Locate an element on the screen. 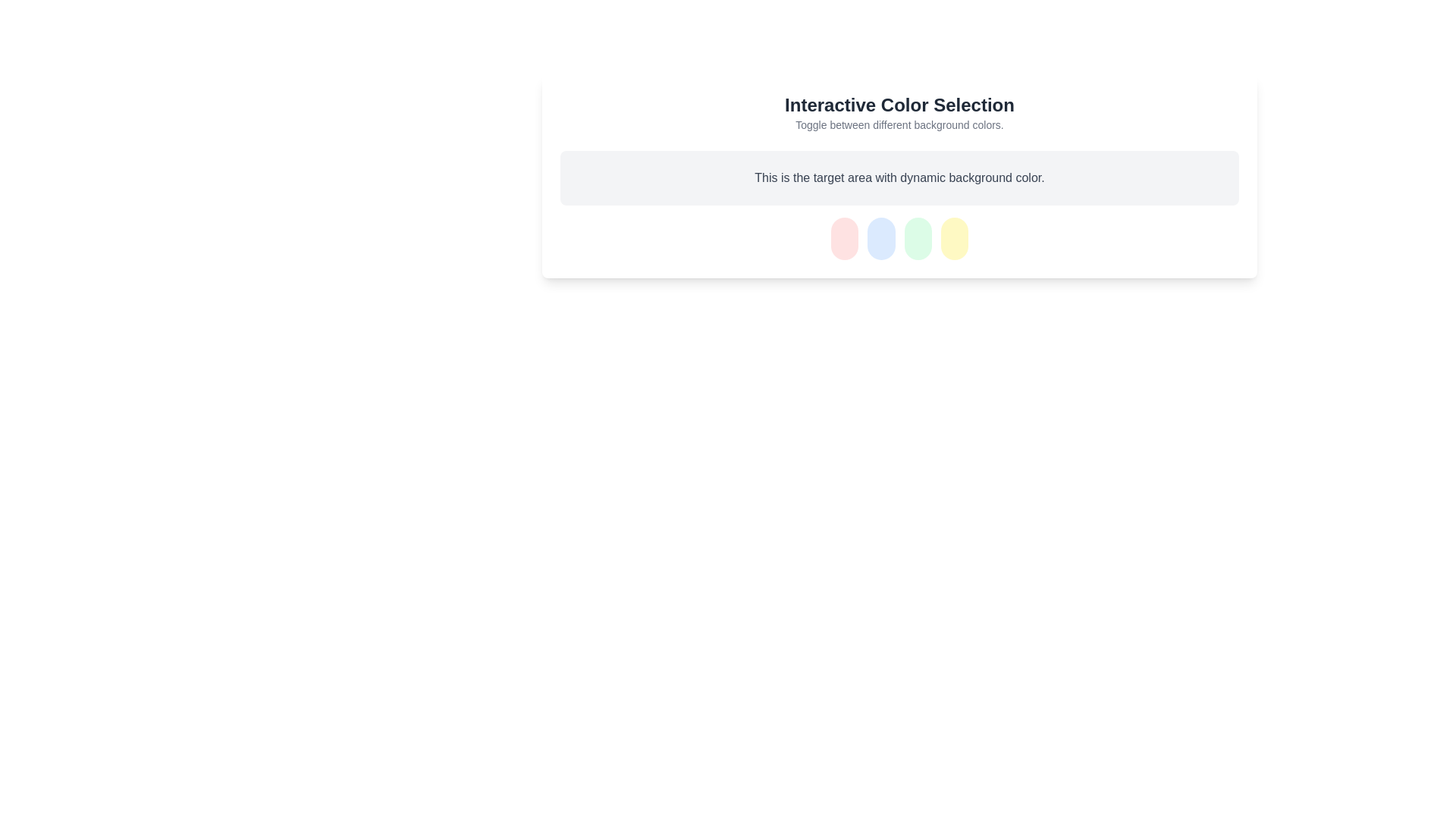 The image size is (1456, 819). the text-based informational section titled 'Interactive Color Selection' to provide context for the user is located at coordinates (899, 112).